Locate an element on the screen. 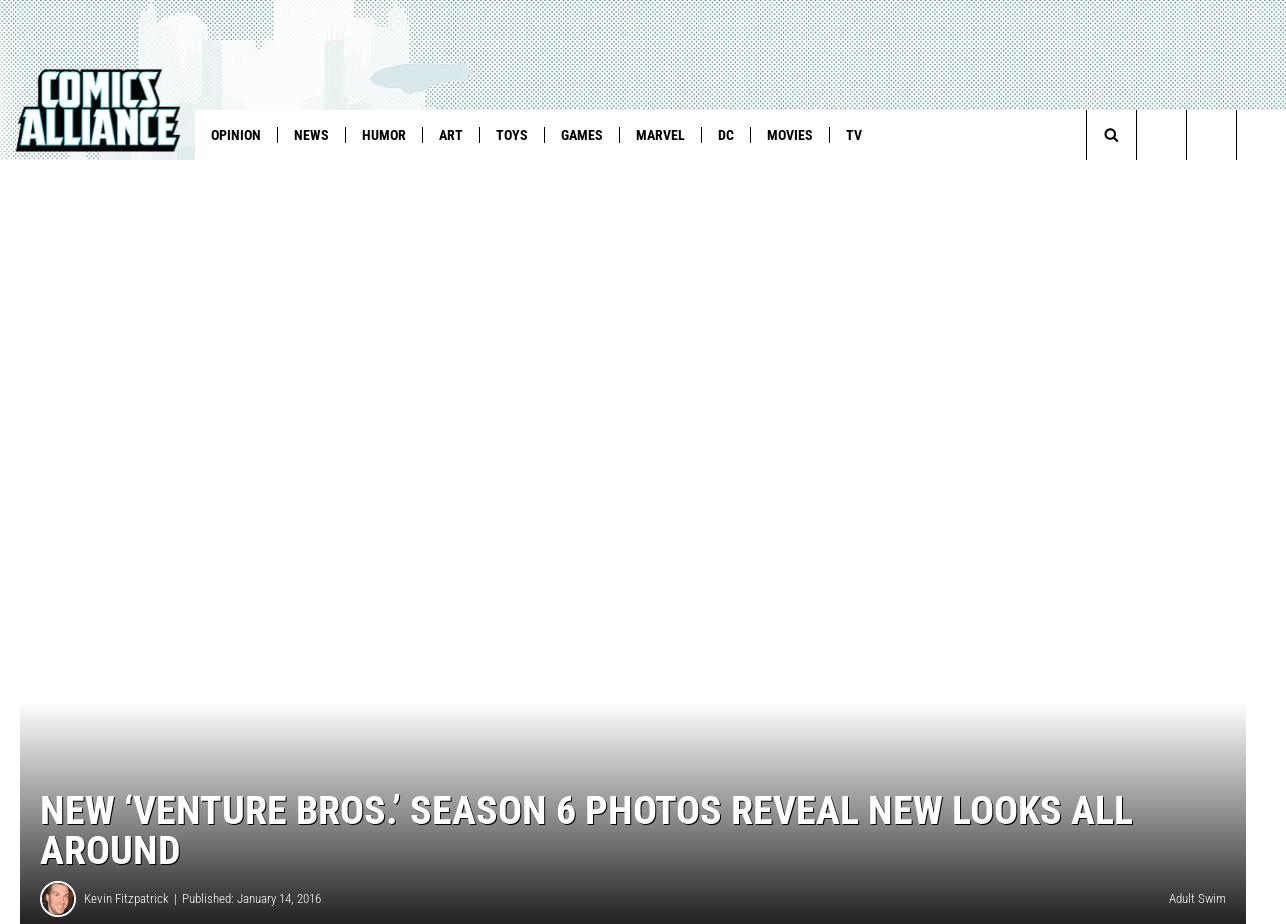 The width and height of the screenshot is (1286, 924). 'Lists' is located at coordinates (466, 176).